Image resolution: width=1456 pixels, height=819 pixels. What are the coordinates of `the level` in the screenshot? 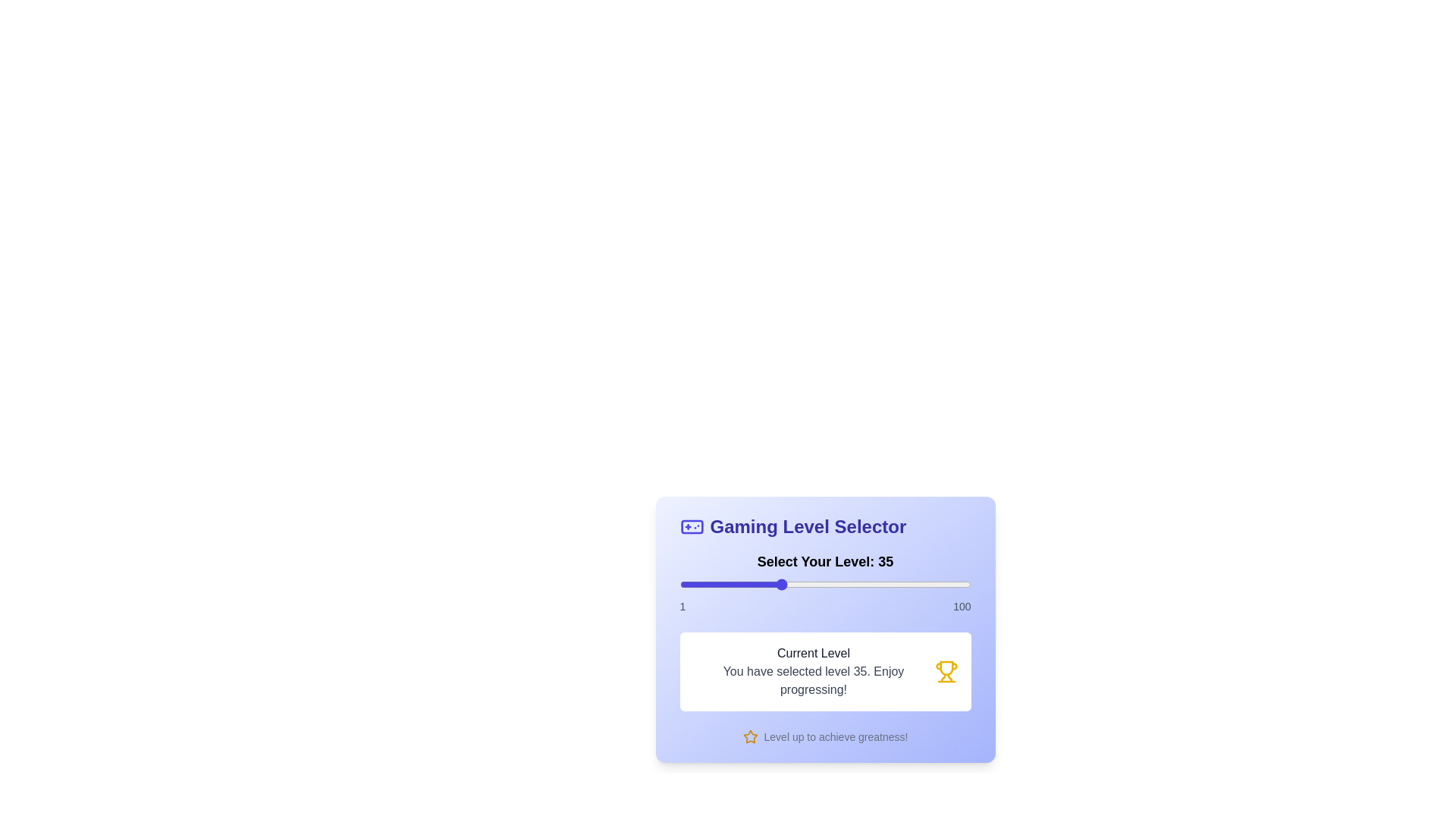 It's located at (793, 584).